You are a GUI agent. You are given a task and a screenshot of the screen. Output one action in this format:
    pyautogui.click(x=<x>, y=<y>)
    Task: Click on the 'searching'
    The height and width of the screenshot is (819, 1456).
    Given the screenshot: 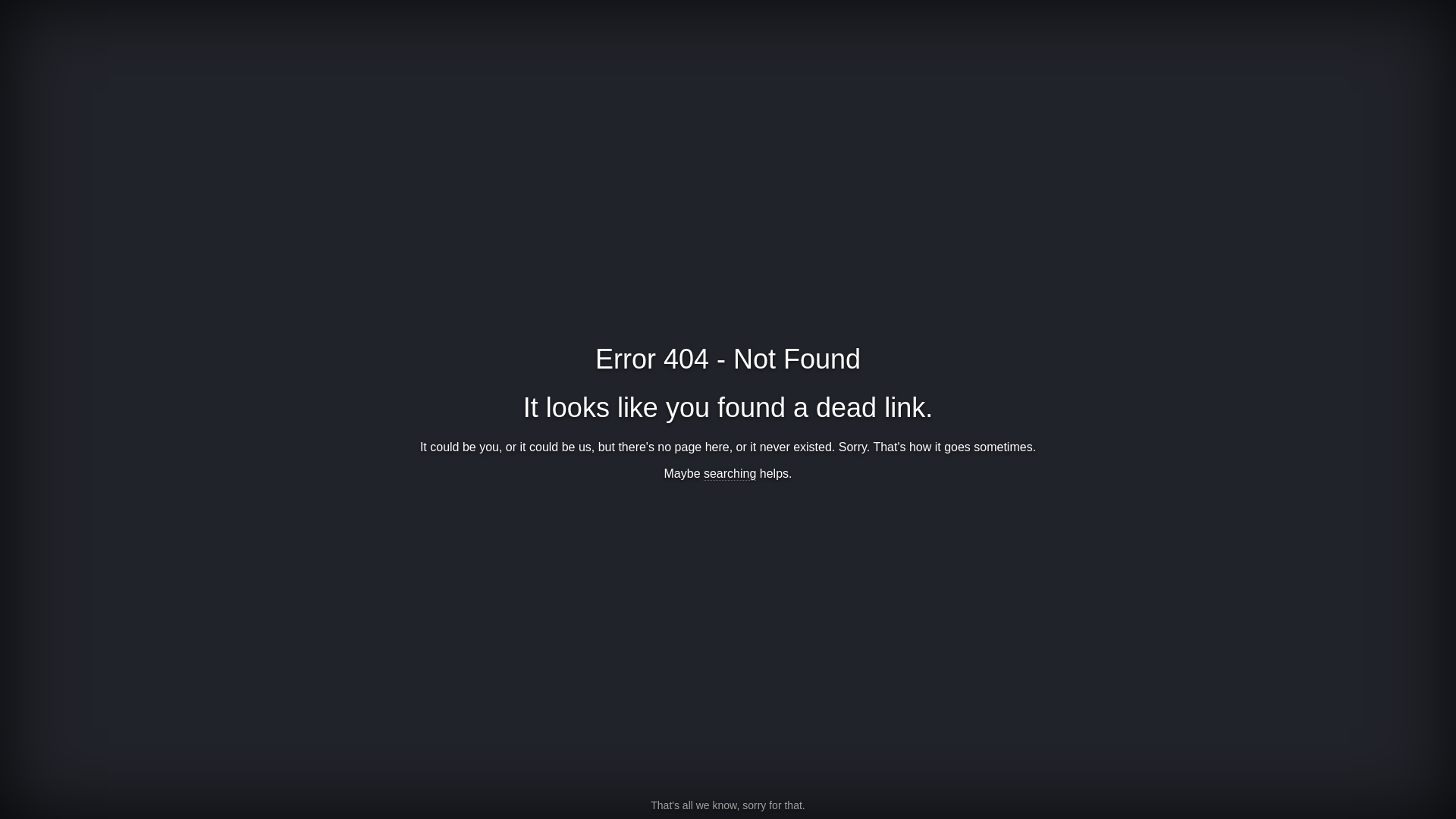 What is the action you would take?
    pyautogui.click(x=730, y=472)
    